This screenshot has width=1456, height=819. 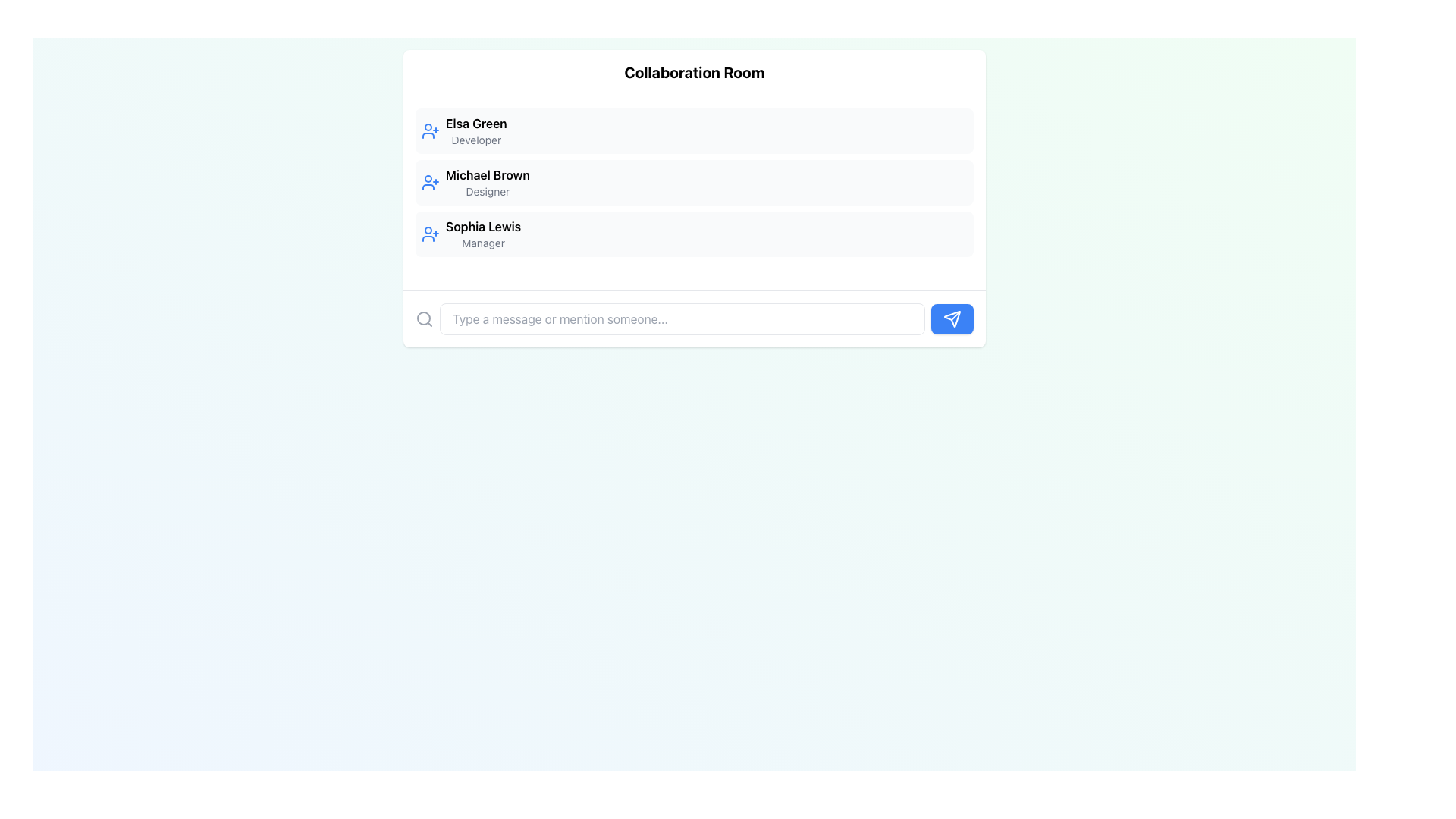 I want to click on the user profile entry, so click(x=694, y=181).